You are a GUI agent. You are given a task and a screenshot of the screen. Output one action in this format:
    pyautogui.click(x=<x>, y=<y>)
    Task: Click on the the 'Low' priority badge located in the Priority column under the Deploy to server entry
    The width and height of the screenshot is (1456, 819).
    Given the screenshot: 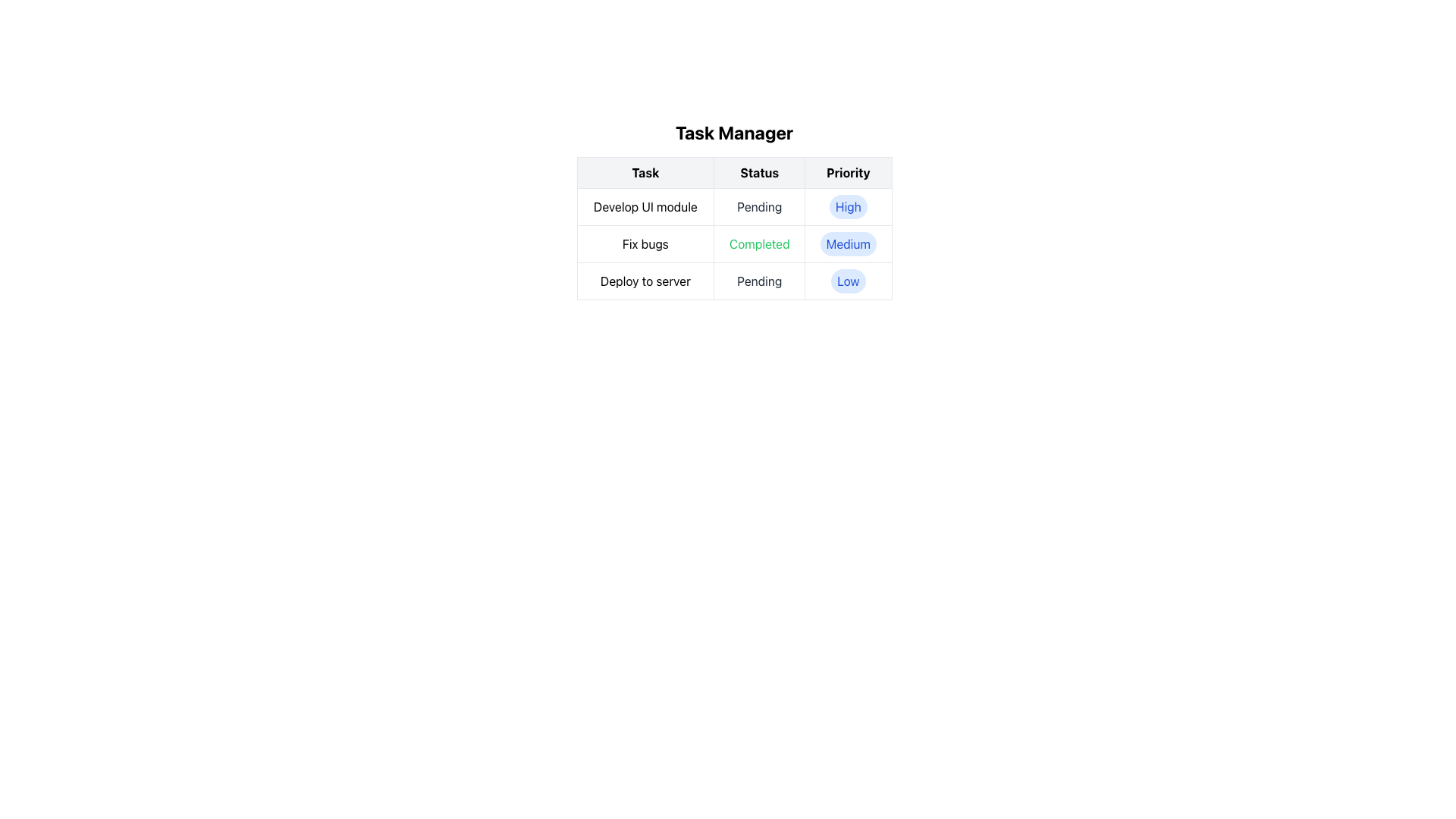 What is the action you would take?
    pyautogui.click(x=847, y=281)
    